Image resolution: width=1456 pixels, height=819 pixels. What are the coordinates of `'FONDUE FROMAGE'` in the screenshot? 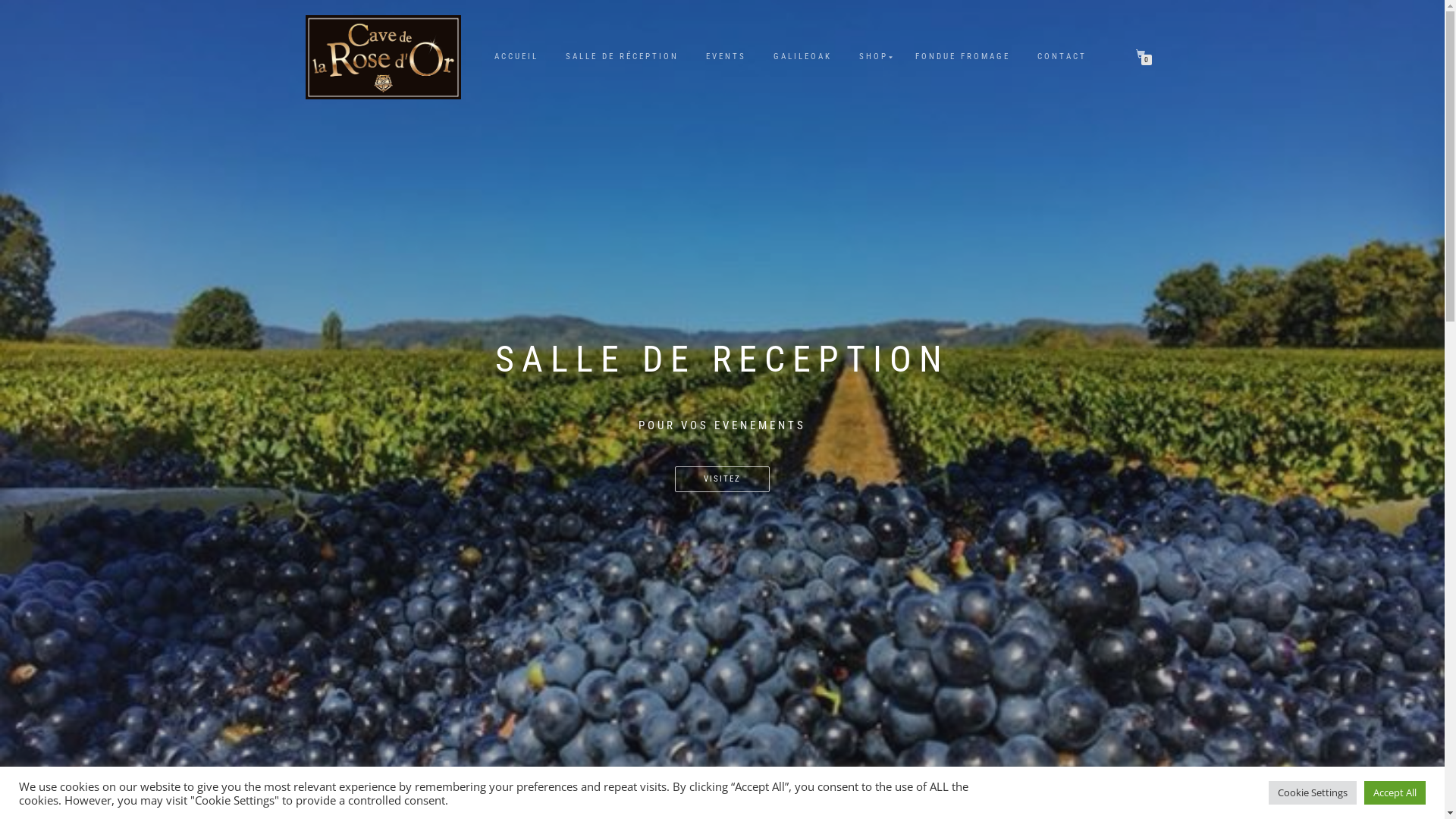 It's located at (962, 55).